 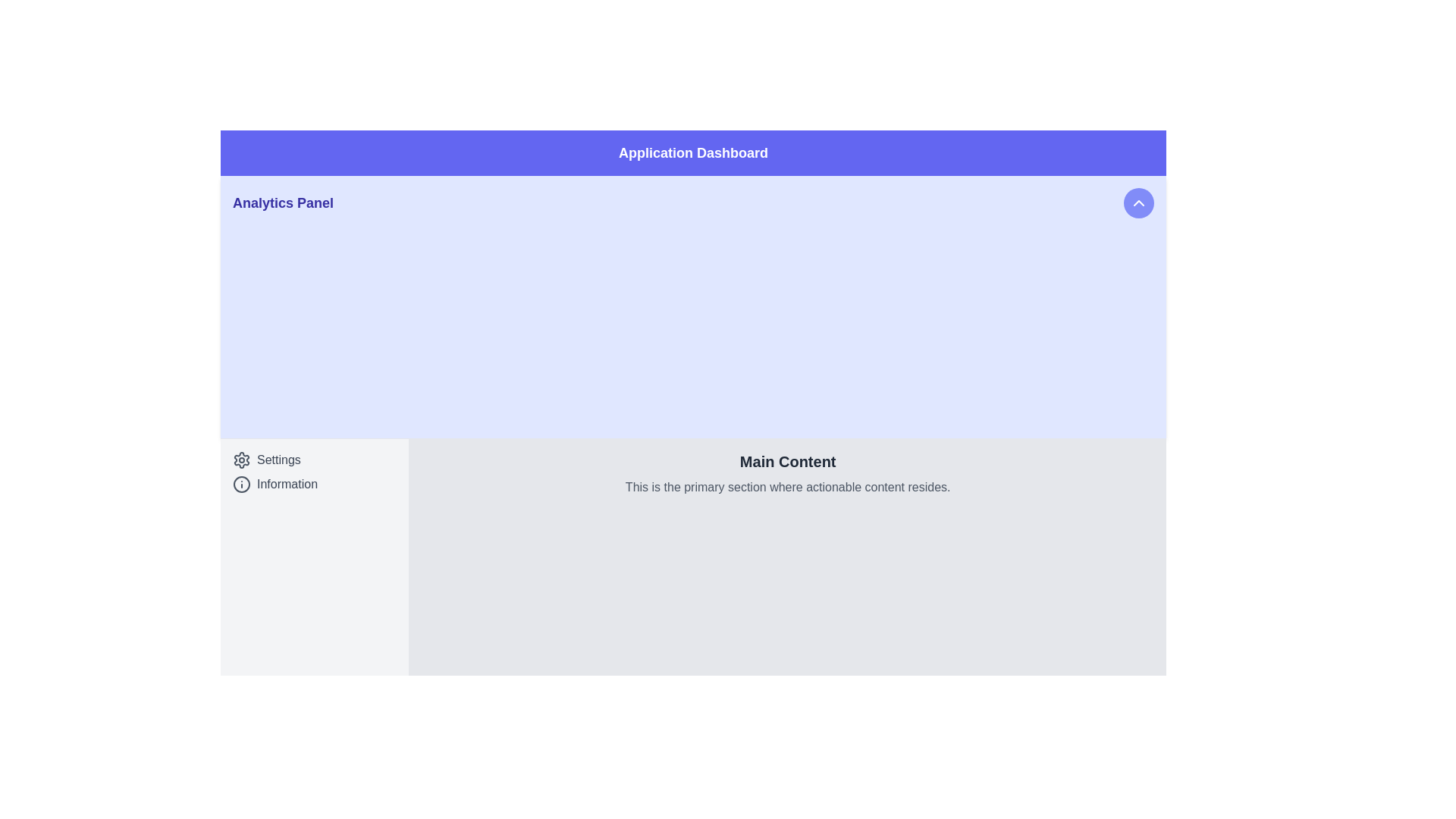 What do you see at coordinates (692, 152) in the screenshot?
I see `the Header bar with label text for accessibility aids` at bounding box center [692, 152].